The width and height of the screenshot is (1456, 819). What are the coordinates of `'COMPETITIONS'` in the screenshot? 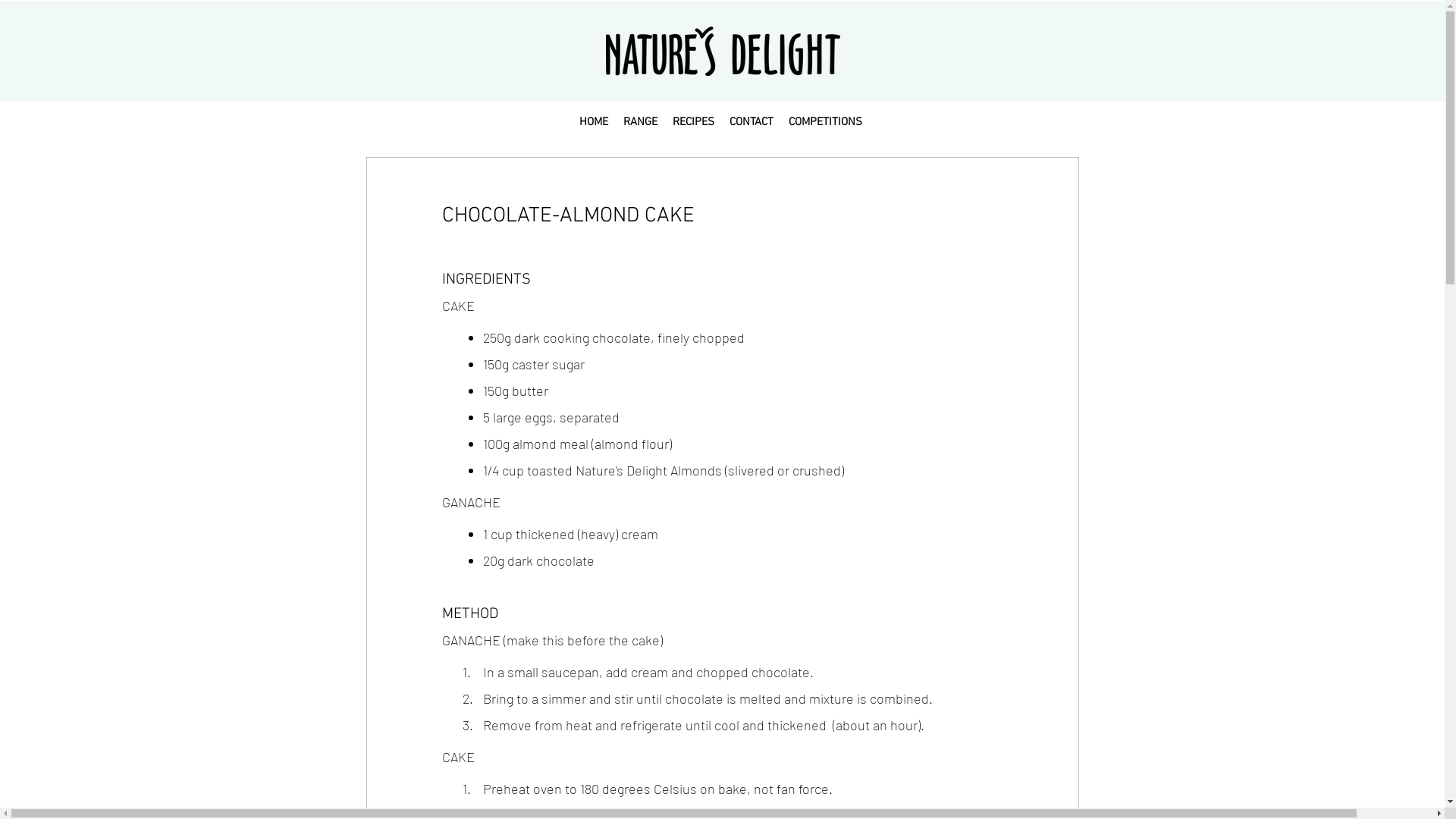 It's located at (824, 121).